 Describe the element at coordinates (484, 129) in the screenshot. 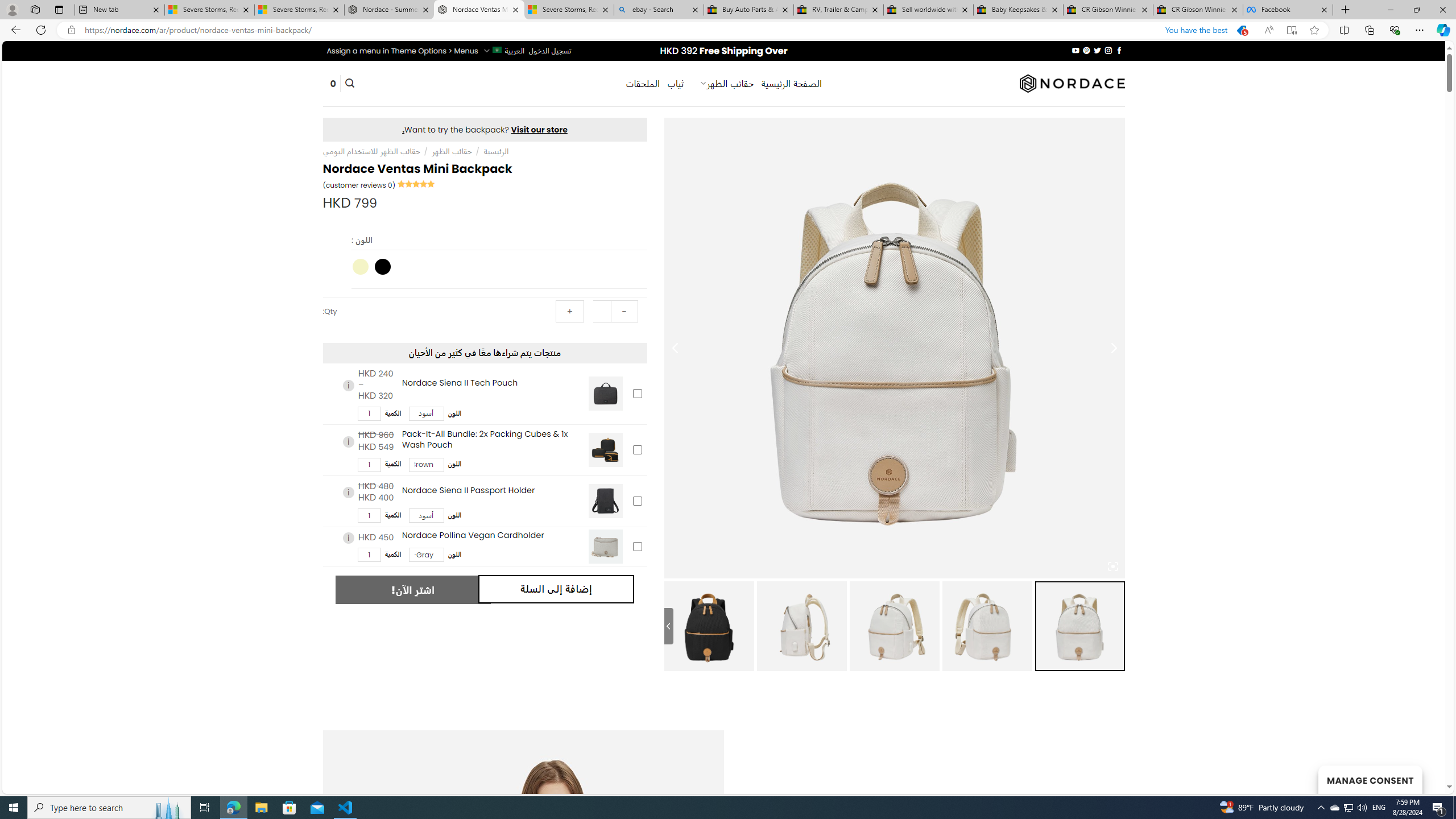

I see `'Visit our store.'` at that location.